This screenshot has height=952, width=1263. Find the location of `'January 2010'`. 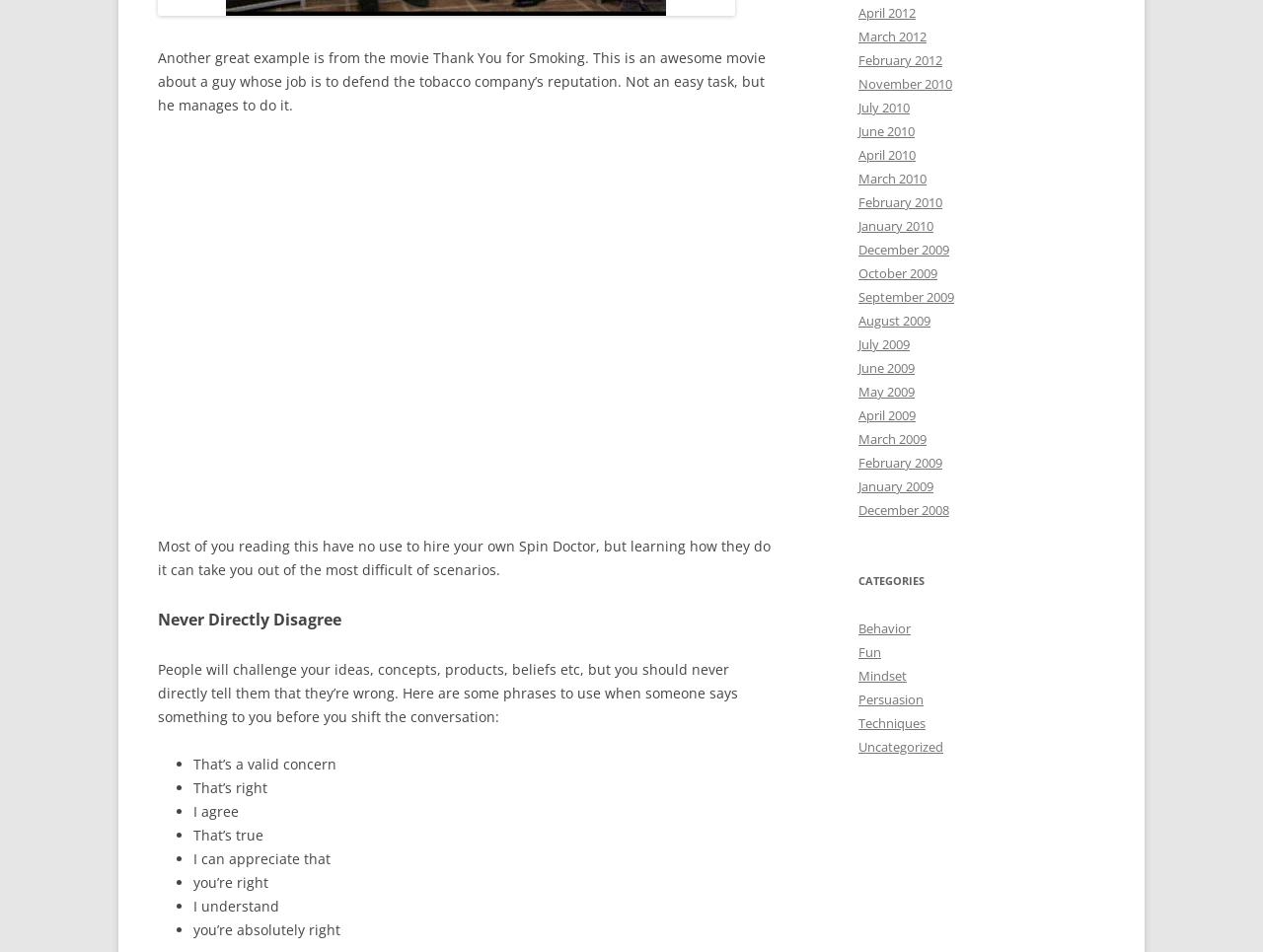

'January 2010' is located at coordinates (895, 224).